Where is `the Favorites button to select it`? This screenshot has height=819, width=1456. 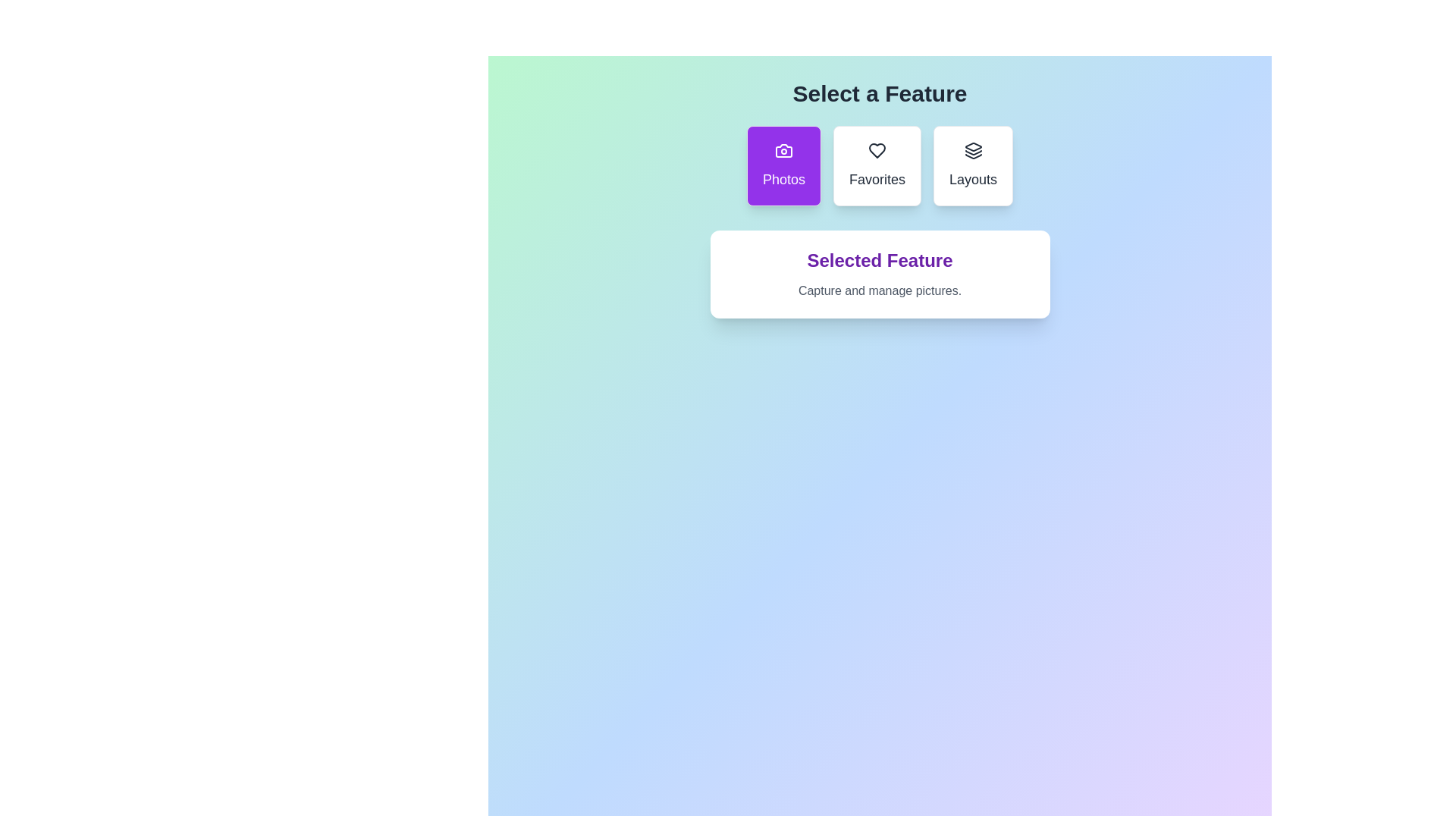
the Favorites button to select it is located at coordinates (877, 166).